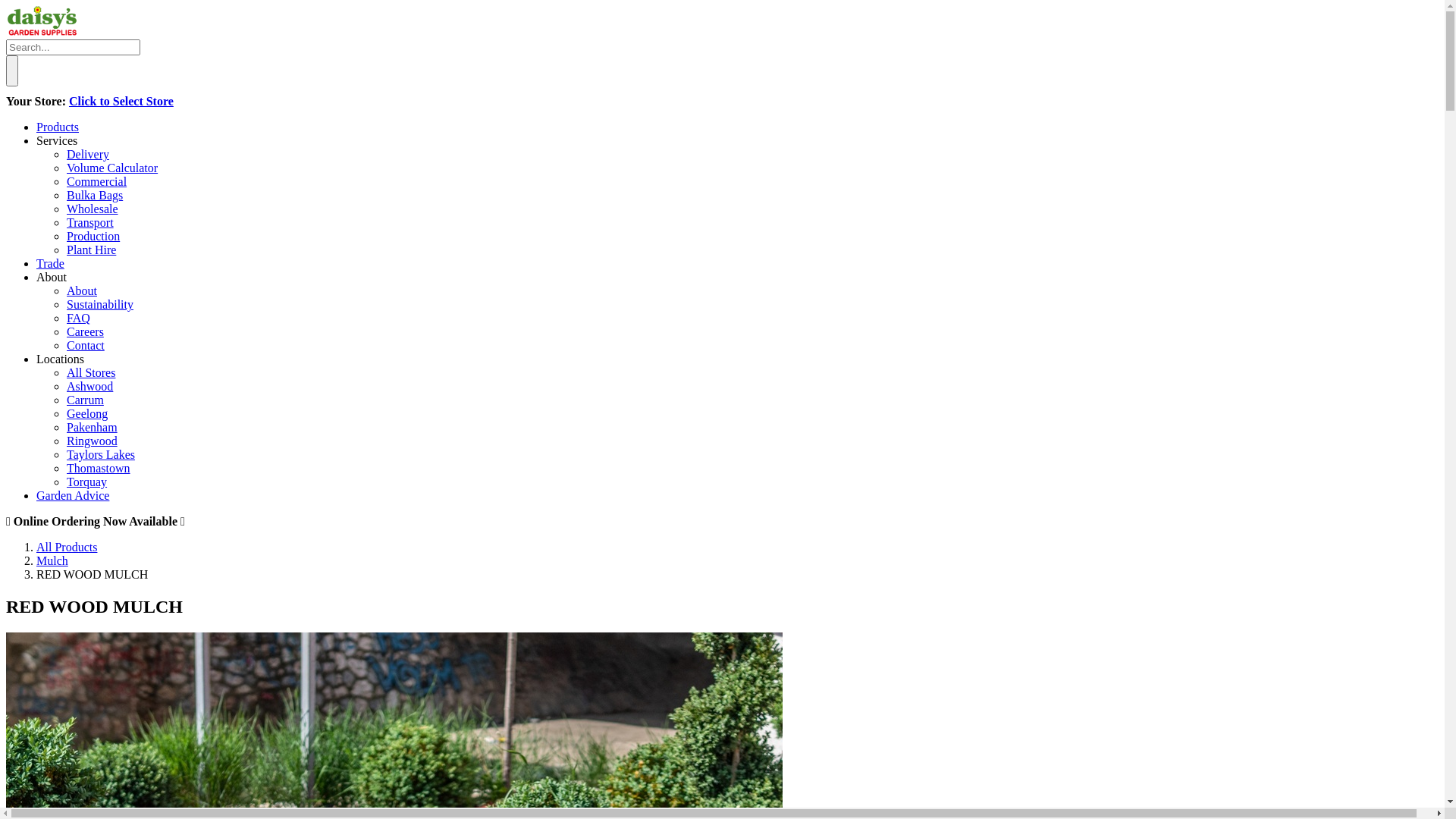  Describe the element at coordinates (96, 180) in the screenshot. I see `'Commercial'` at that location.